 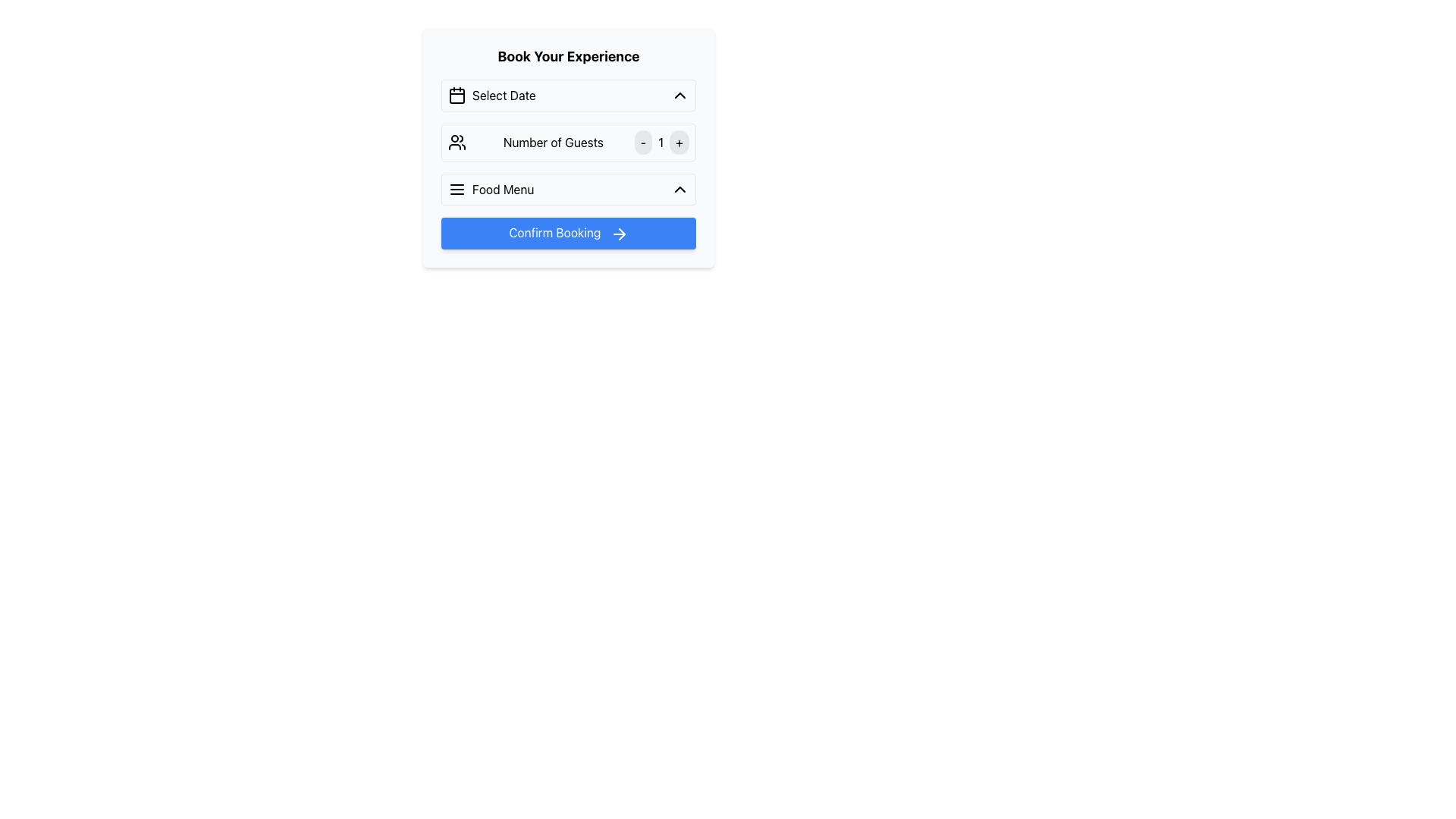 I want to click on the round button with a '-' symbol in the center, located in the 'Number of Guests' row, so click(x=643, y=143).